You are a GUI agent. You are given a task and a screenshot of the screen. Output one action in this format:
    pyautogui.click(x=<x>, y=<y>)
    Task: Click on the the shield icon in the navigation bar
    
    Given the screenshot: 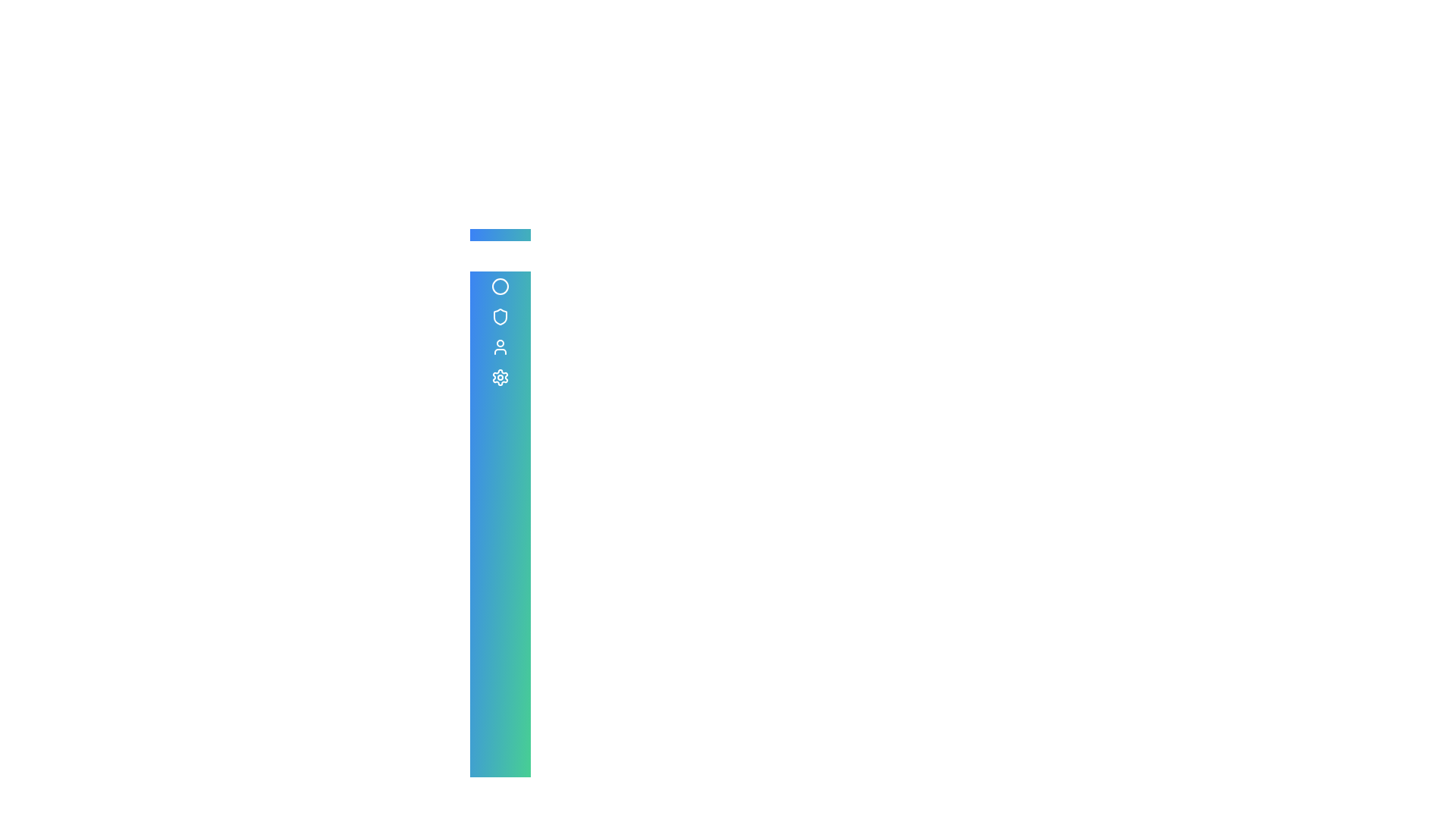 What is the action you would take?
    pyautogui.click(x=500, y=315)
    